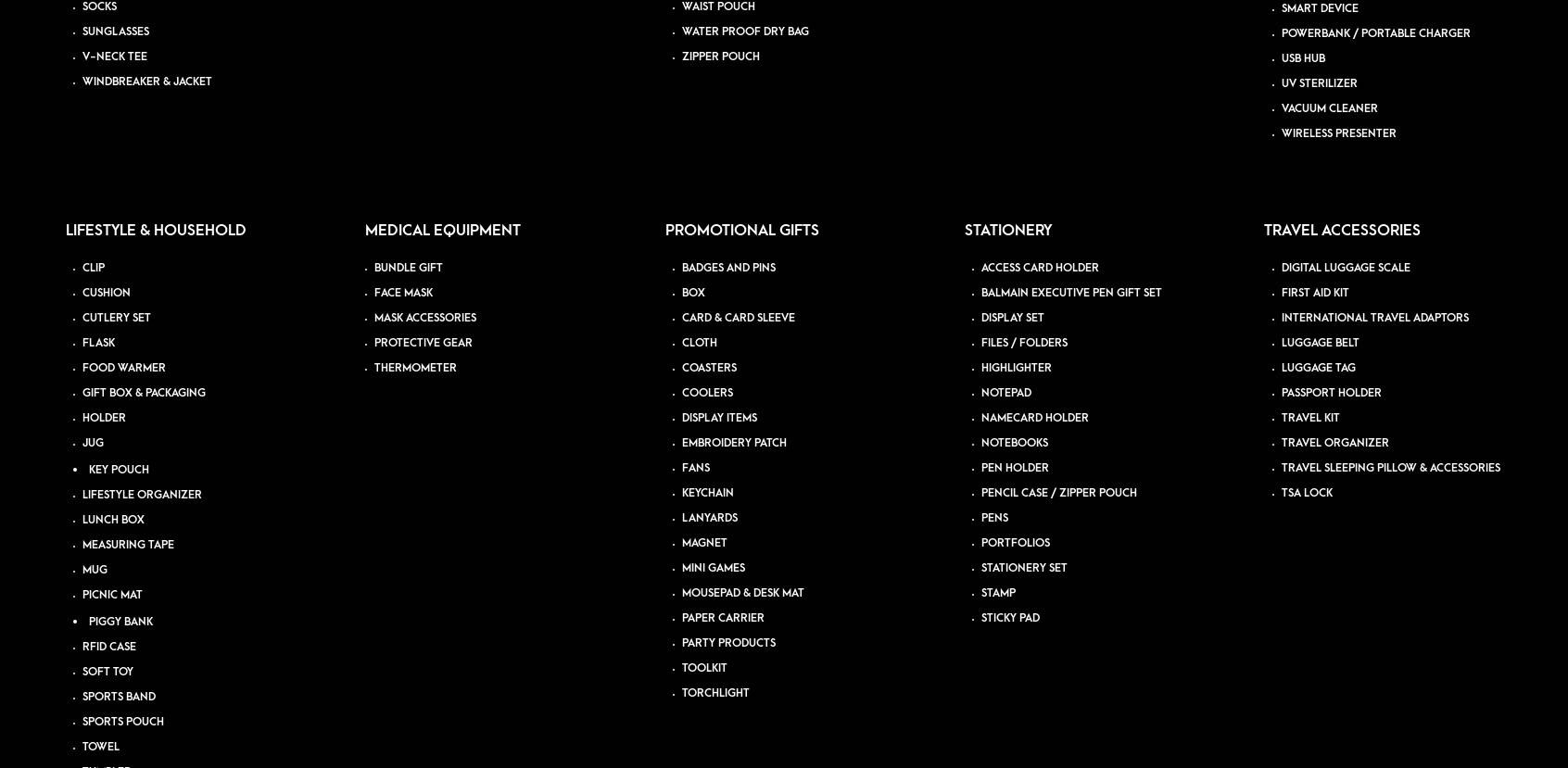 The width and height of the screenshot is (1568, 768). What do you see at coordinates (1517, 339) in the screenshot?
I see `'PDPA'` at bounding box center [1517, 339].